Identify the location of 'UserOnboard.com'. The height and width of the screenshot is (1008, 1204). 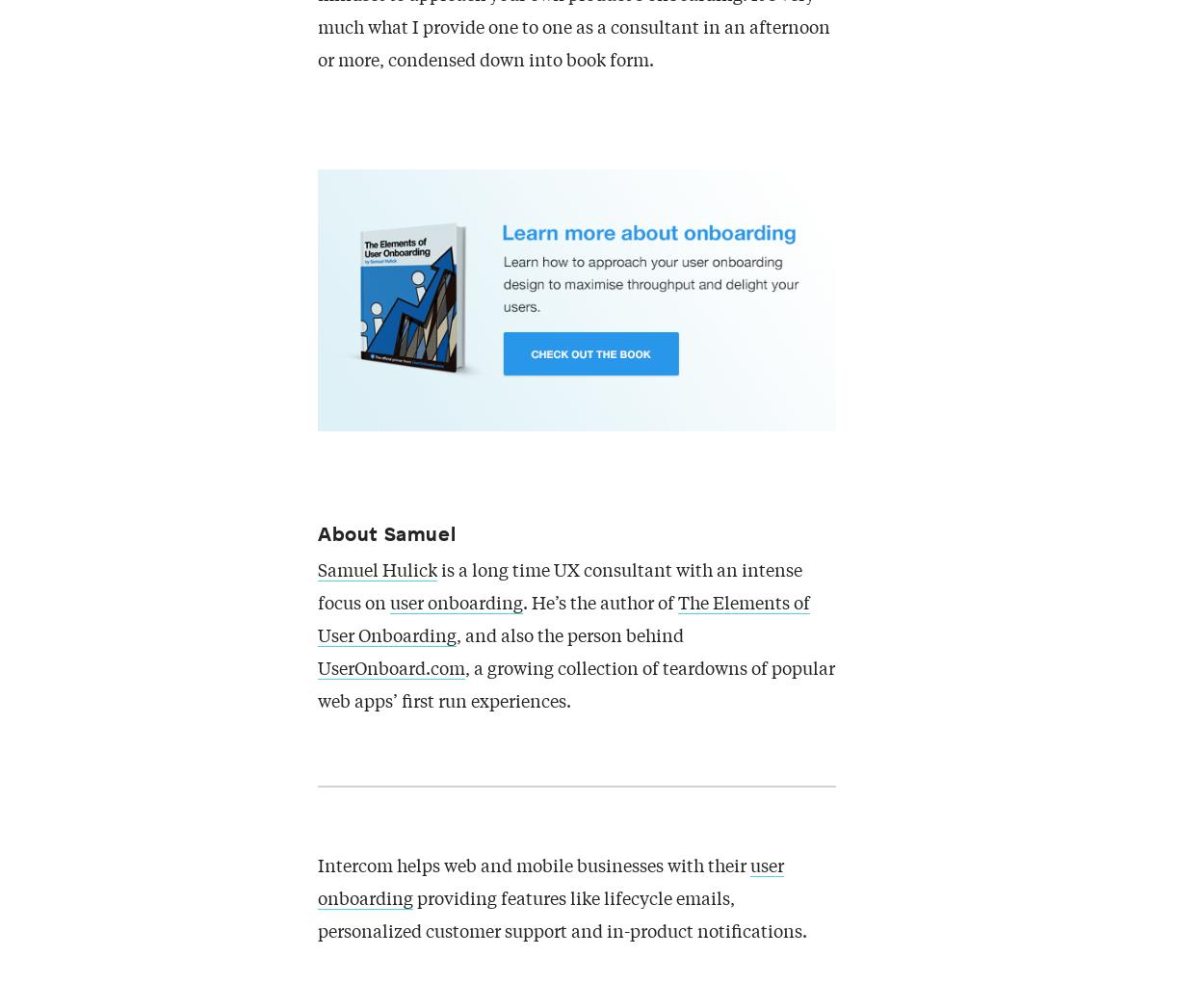
(391, 669).